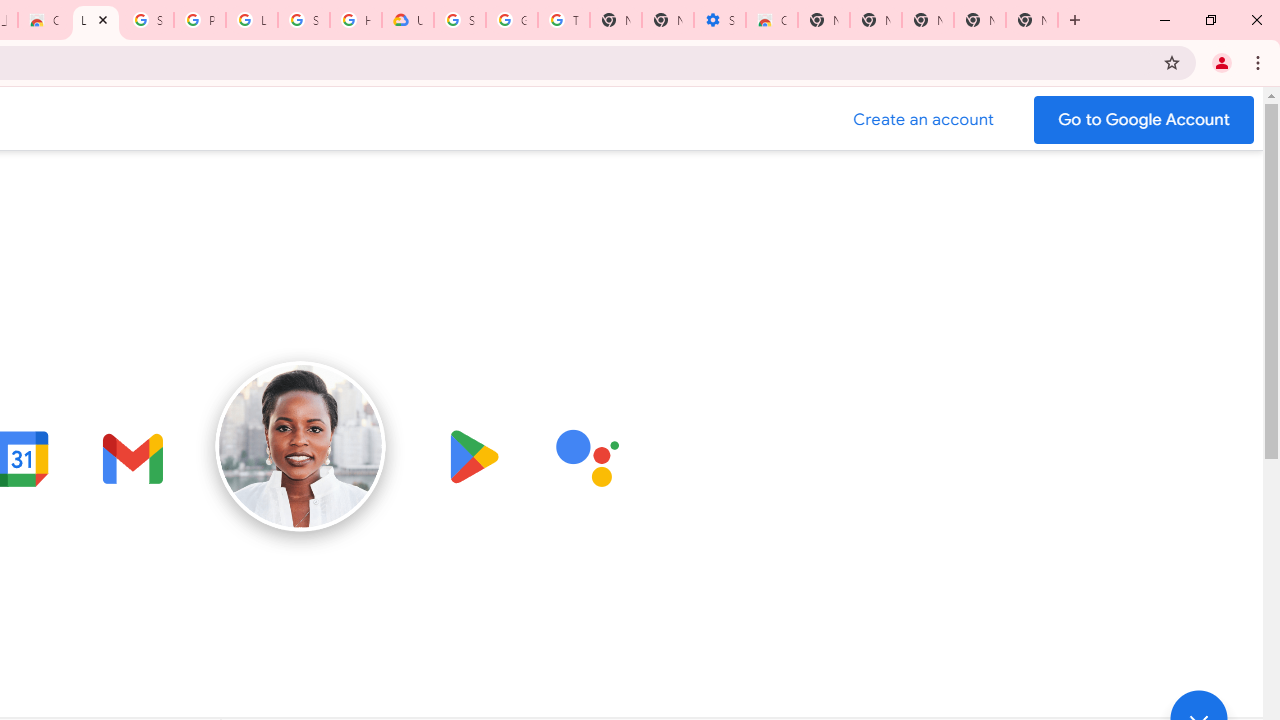 This screenshot has width=1280, height=720. What do you see at coordinates (1165, 20) in the screenshot?
I see `'Minimize'` at bounding box center [1165, 20].